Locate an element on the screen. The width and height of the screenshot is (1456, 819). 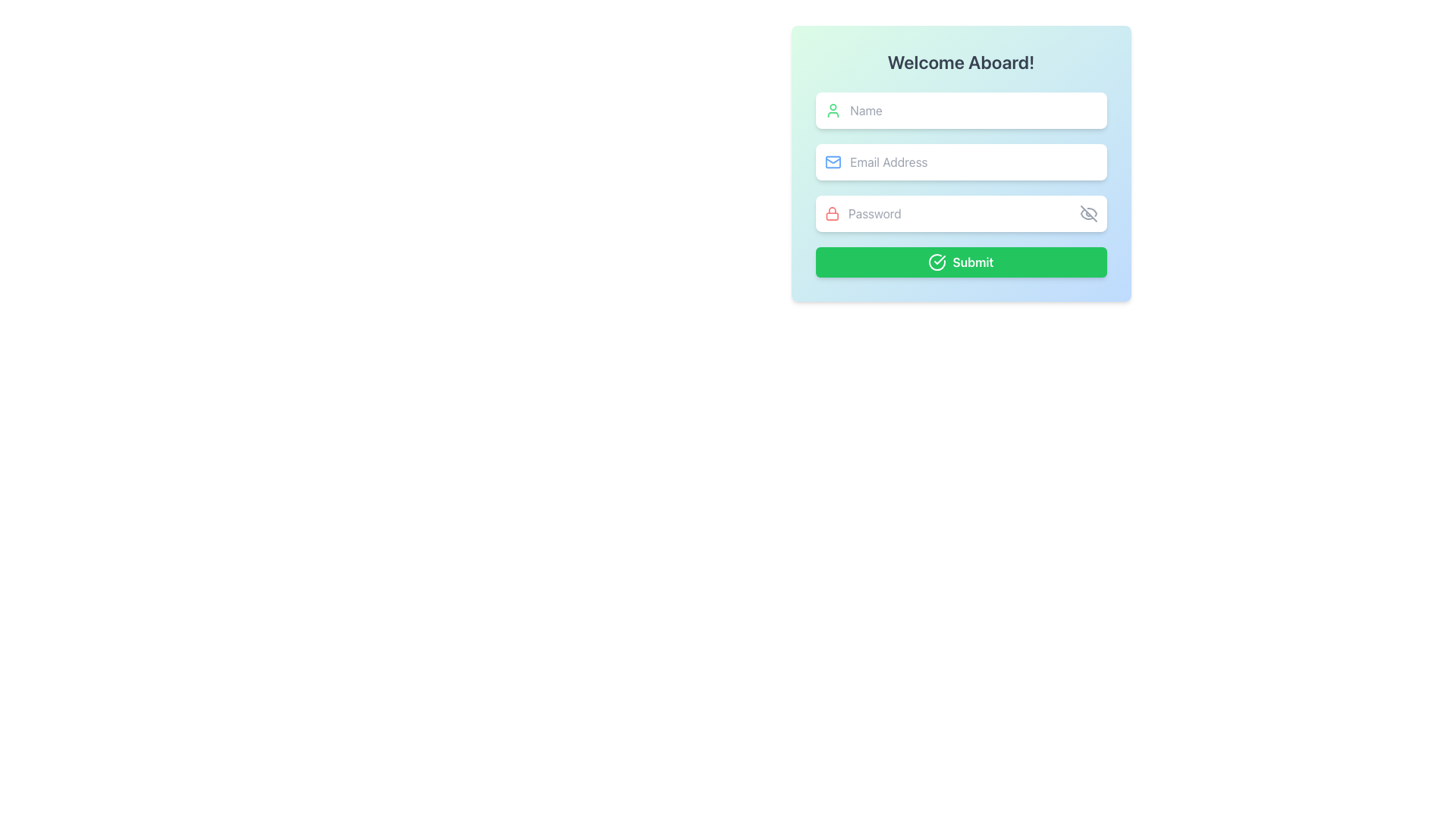
the email input field, which is the second input field in the form, to focus on it is located at coordinates (974, 162).